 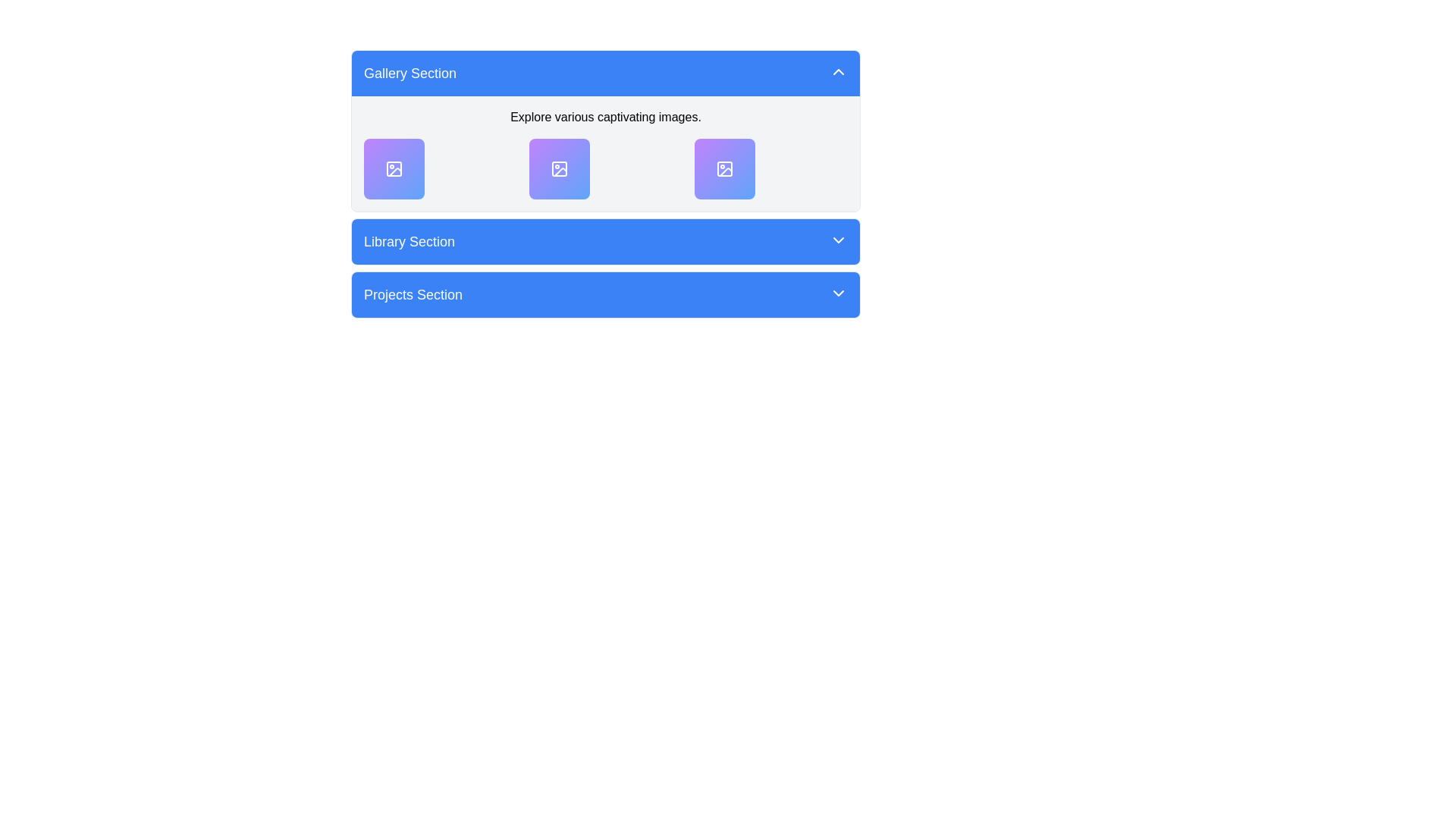 I want to click on the image or gallery icon located in the Gallery Section to interact with the gallery, so click(x=394, y=169).